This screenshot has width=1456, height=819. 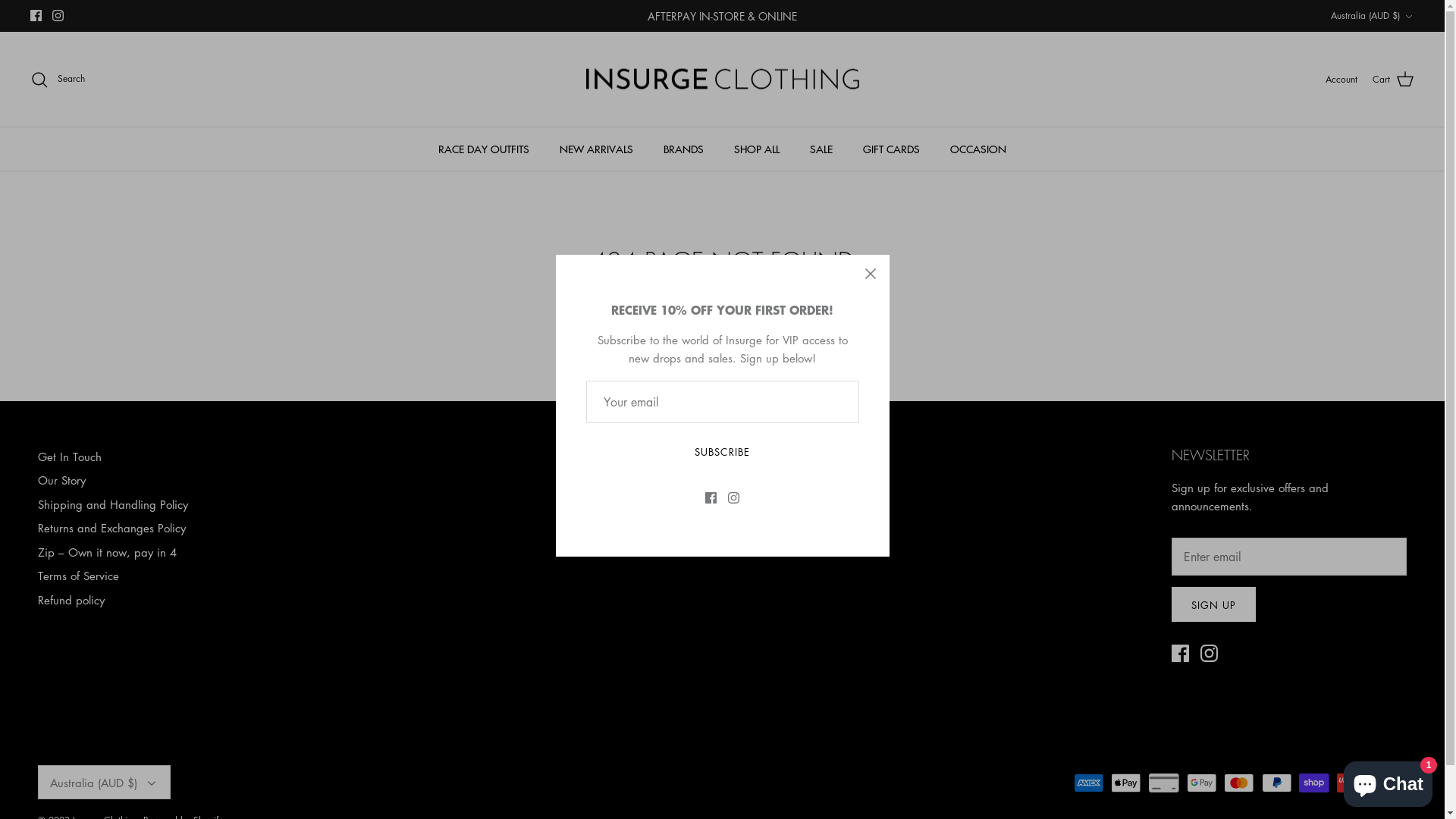 I want to click on 'home page', so click(x=758, y=315).